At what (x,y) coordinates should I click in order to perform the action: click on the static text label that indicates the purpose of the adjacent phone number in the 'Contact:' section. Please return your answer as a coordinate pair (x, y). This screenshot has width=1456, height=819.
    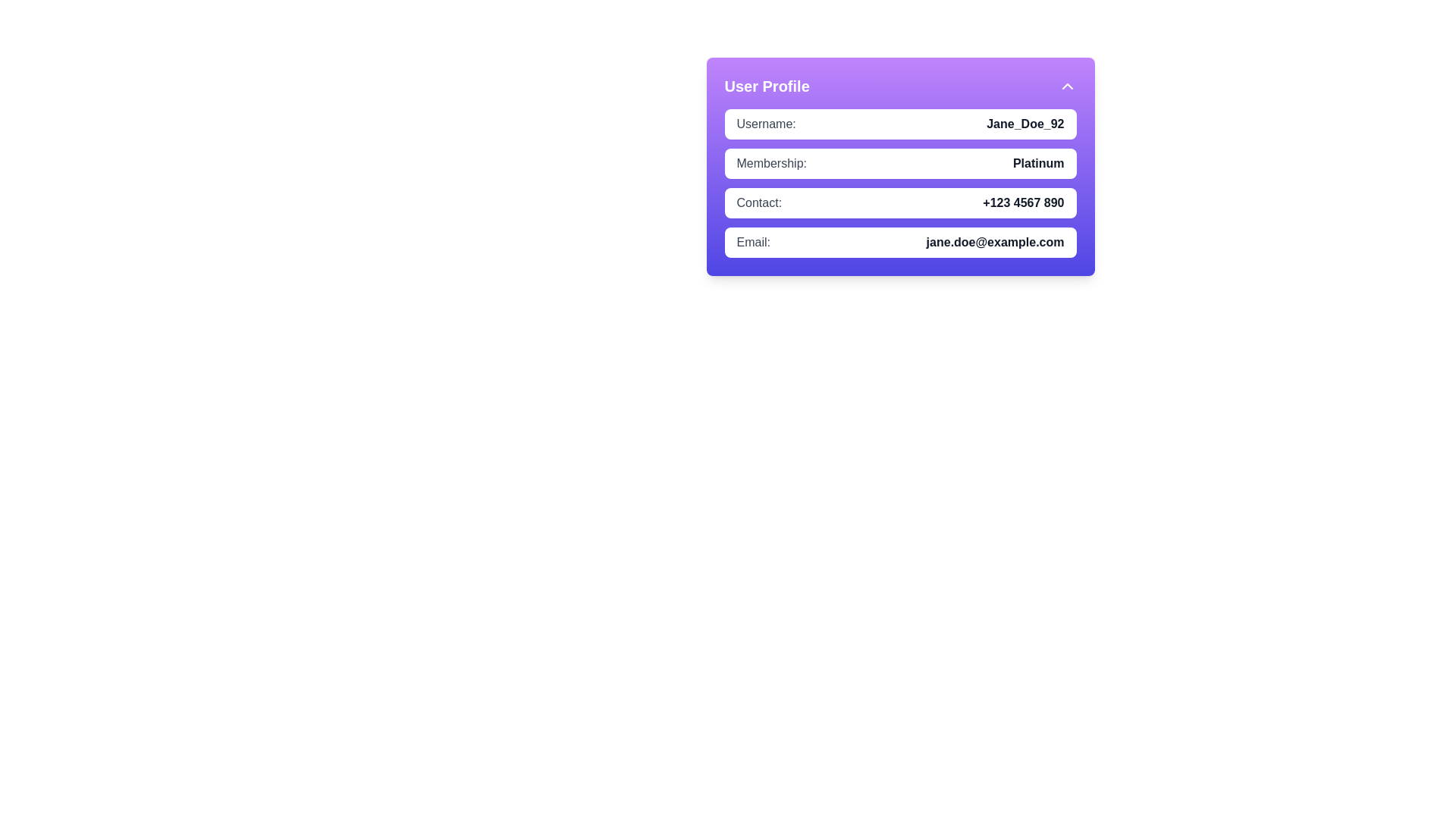
    Looking at the image, I should click on (759, 202).